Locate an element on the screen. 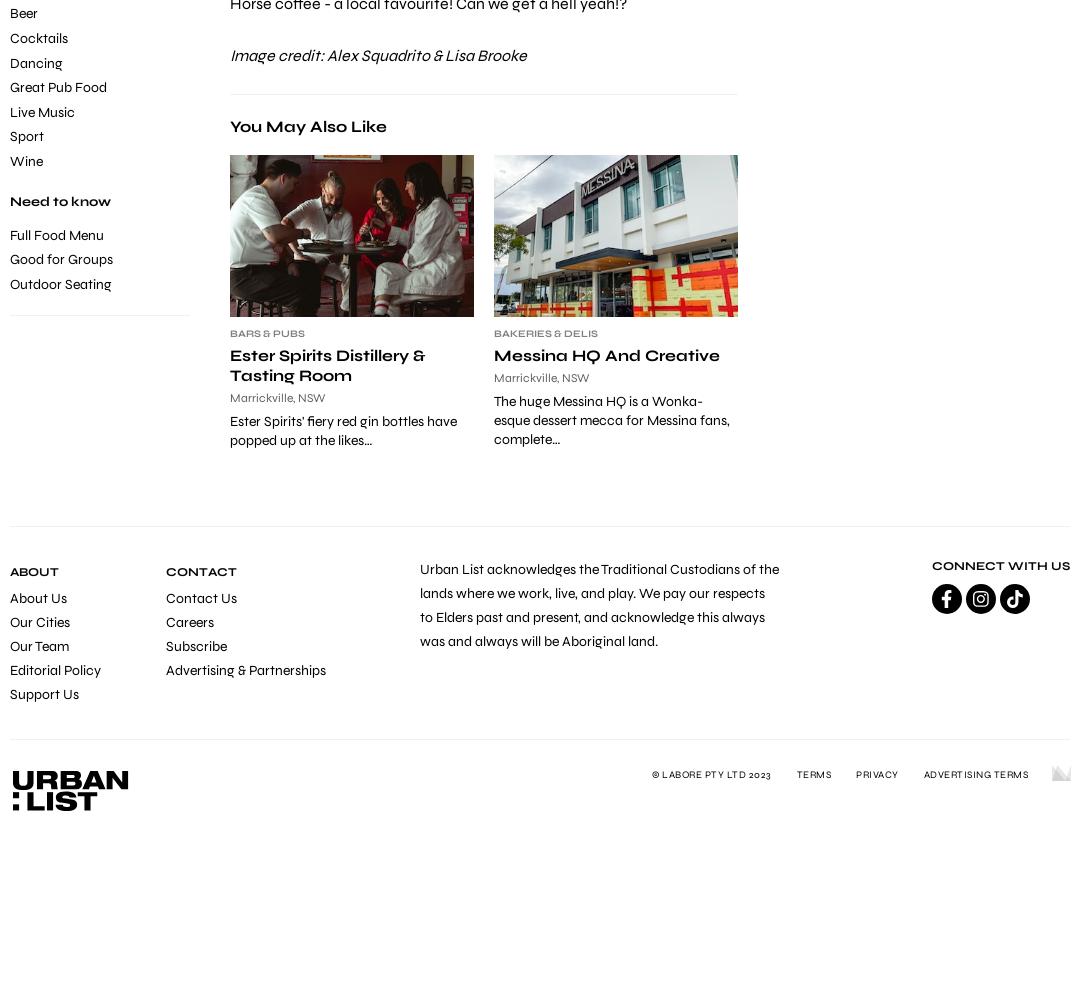  'Outdoor Seating' is located at coordinates (60, 283).